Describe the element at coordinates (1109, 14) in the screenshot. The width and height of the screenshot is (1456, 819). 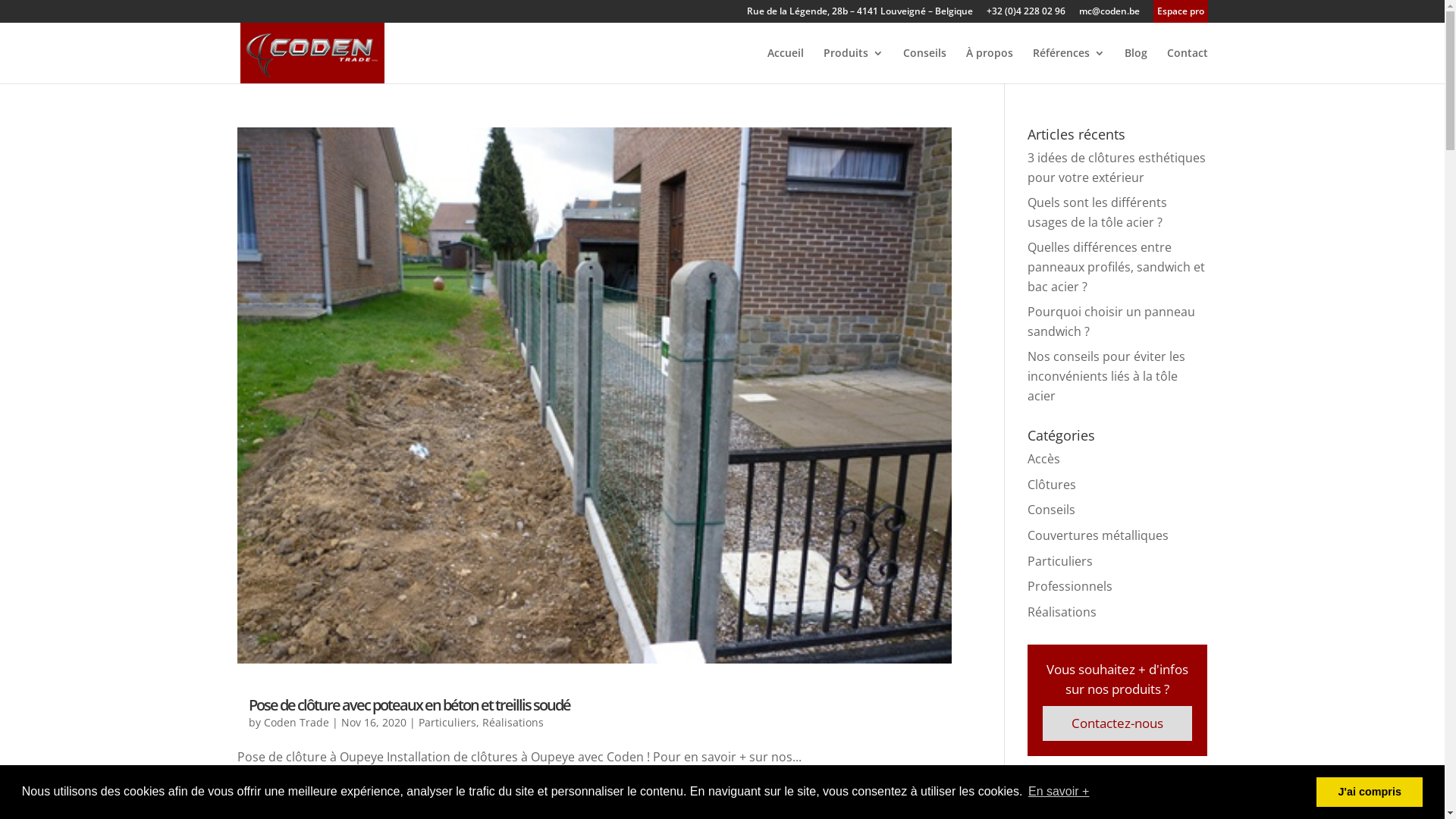
I see `'mc@coden.be'` at that location.